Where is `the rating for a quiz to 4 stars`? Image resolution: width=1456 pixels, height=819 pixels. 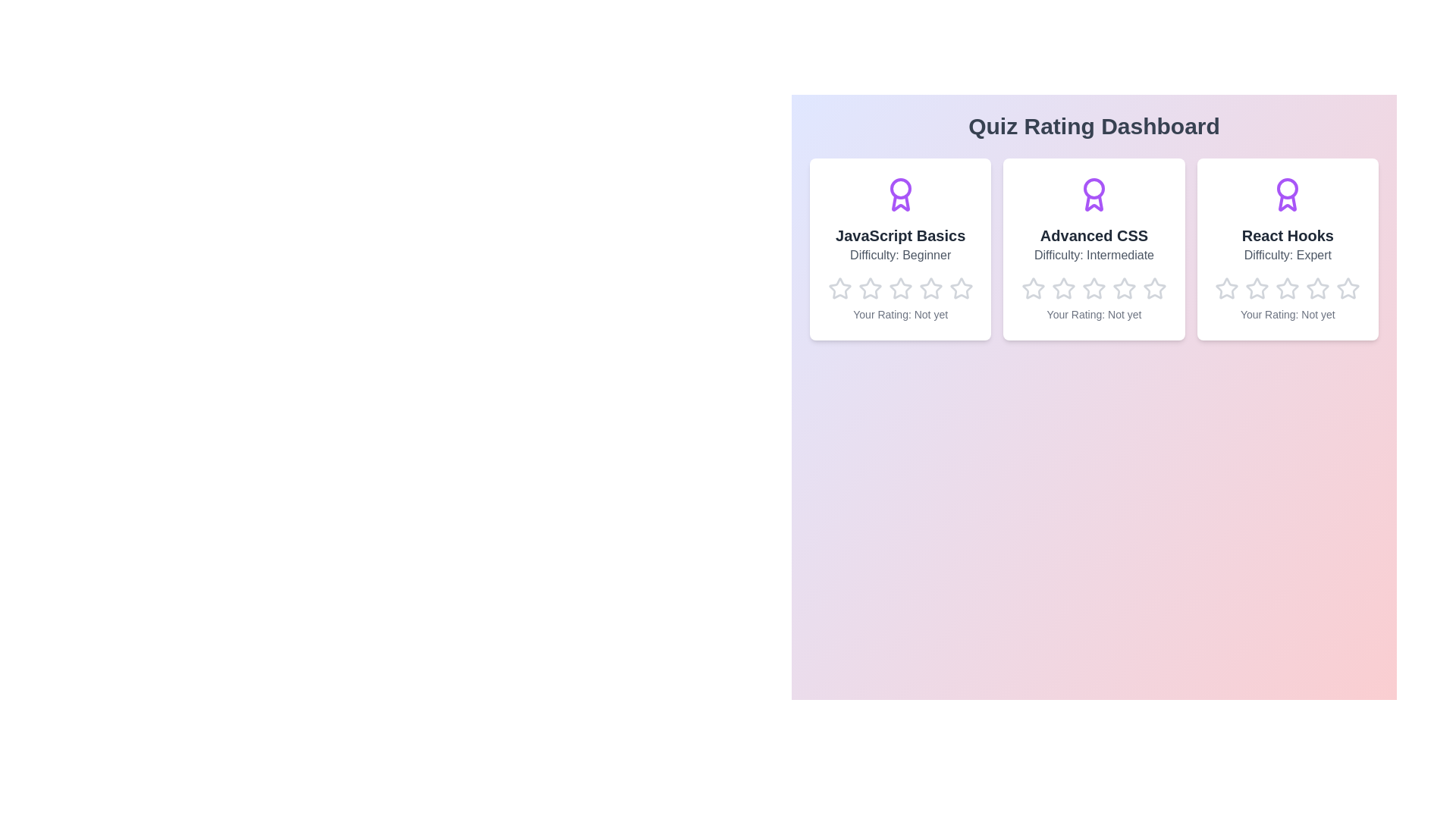
the rating for a quiz to 4 stars is located at coordinates (930, 289).